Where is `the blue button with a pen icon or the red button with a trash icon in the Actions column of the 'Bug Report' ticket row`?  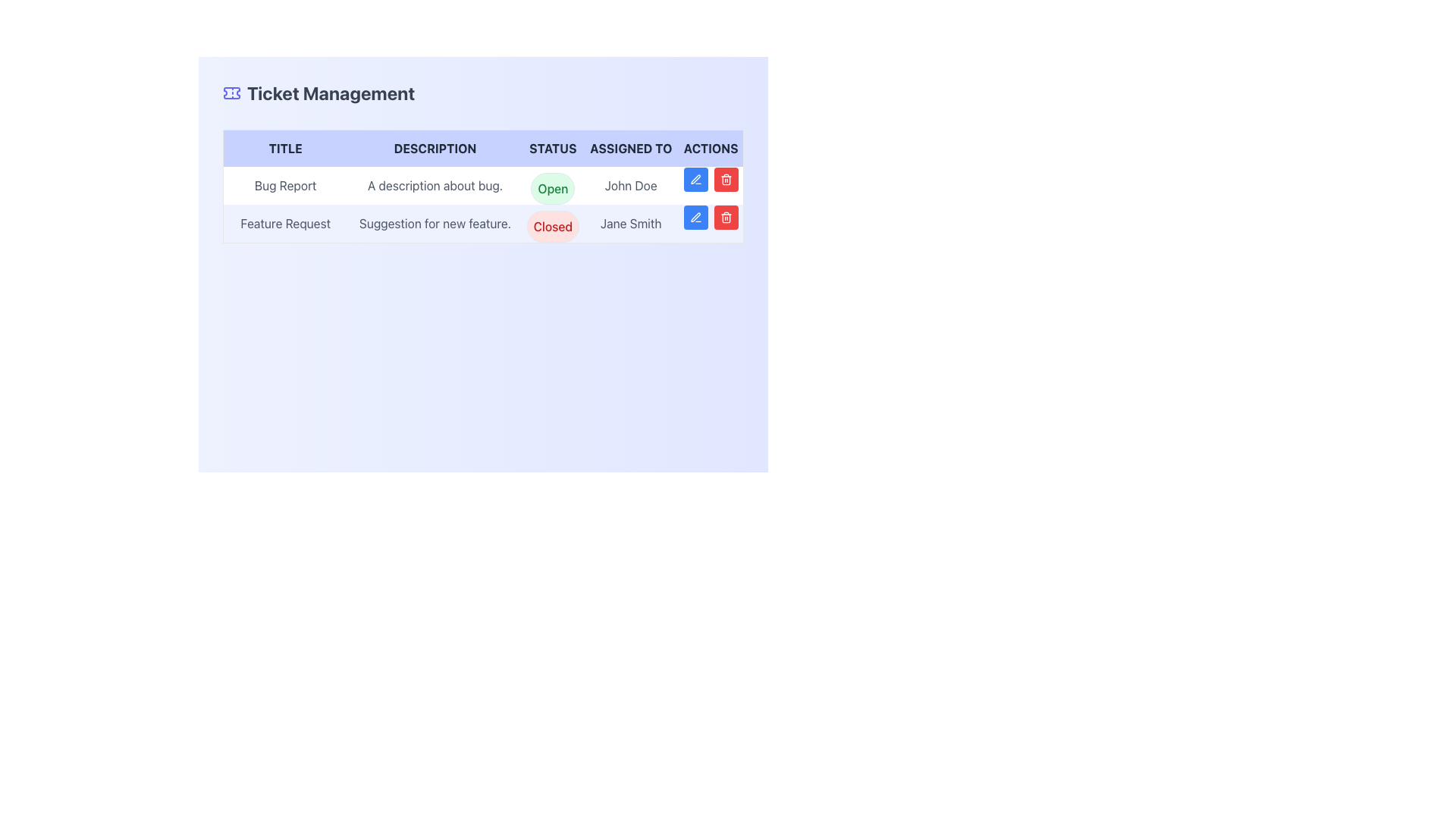
the blue button with a pen icon or the red button with a trash icon in the Actions column of the 'Bug Report' ticket row is located at coordinates (710, 178).